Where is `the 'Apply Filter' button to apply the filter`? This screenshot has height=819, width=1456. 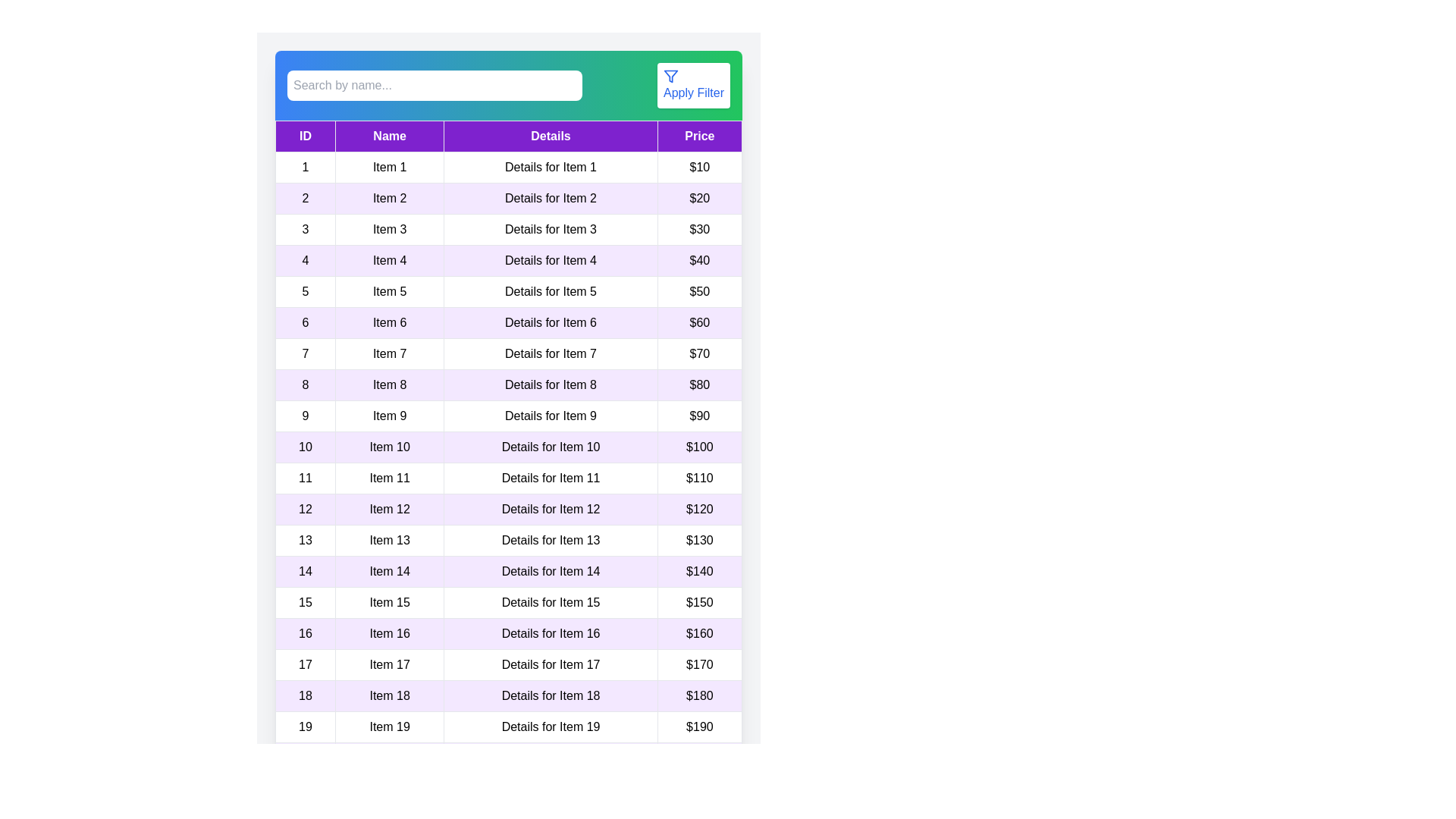
the 'Apply Filter' button to apply the filter is located at coordinates (693, 85).